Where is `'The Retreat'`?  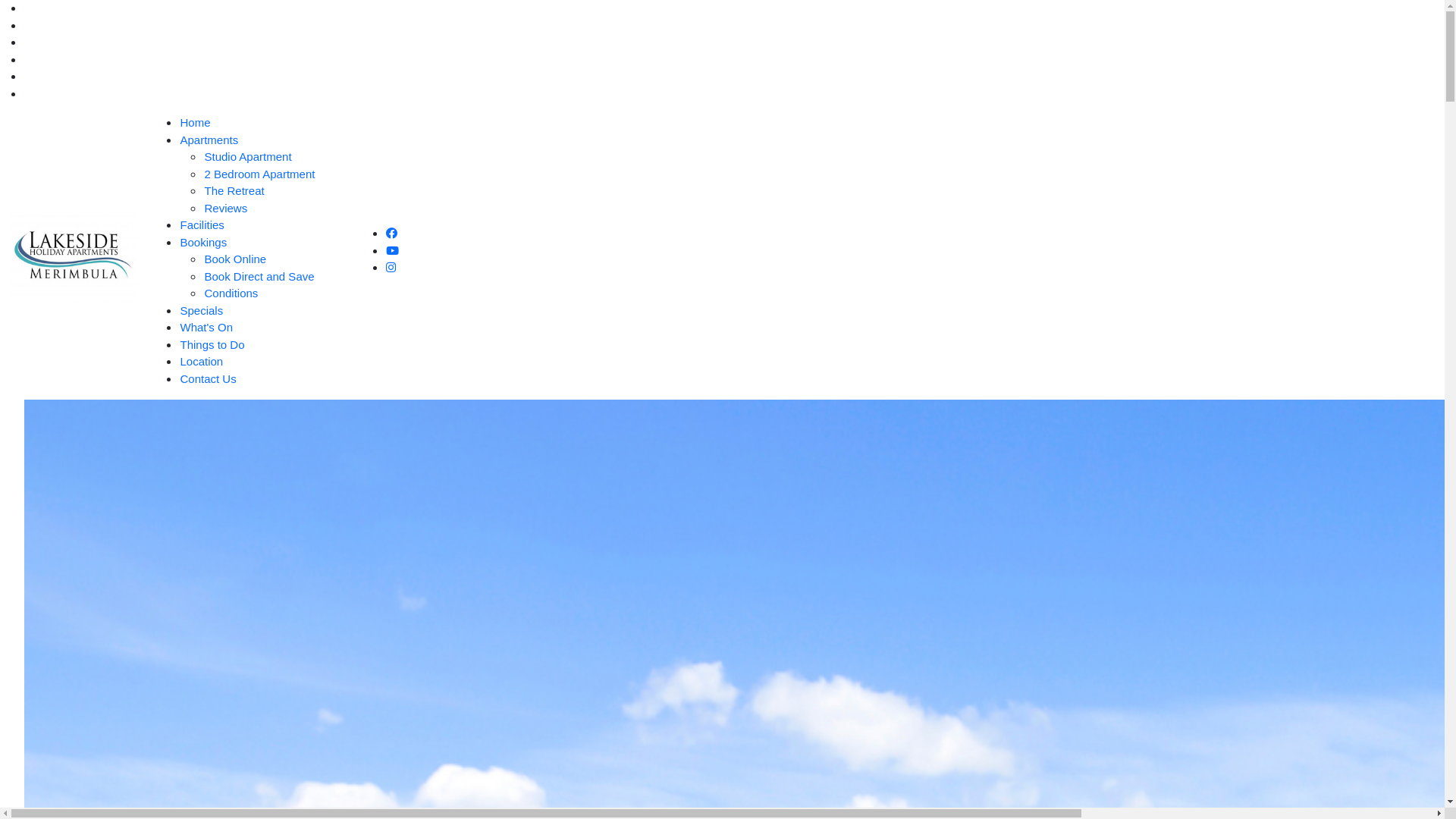
'The Retreat' is located at coordinates (233, 190).